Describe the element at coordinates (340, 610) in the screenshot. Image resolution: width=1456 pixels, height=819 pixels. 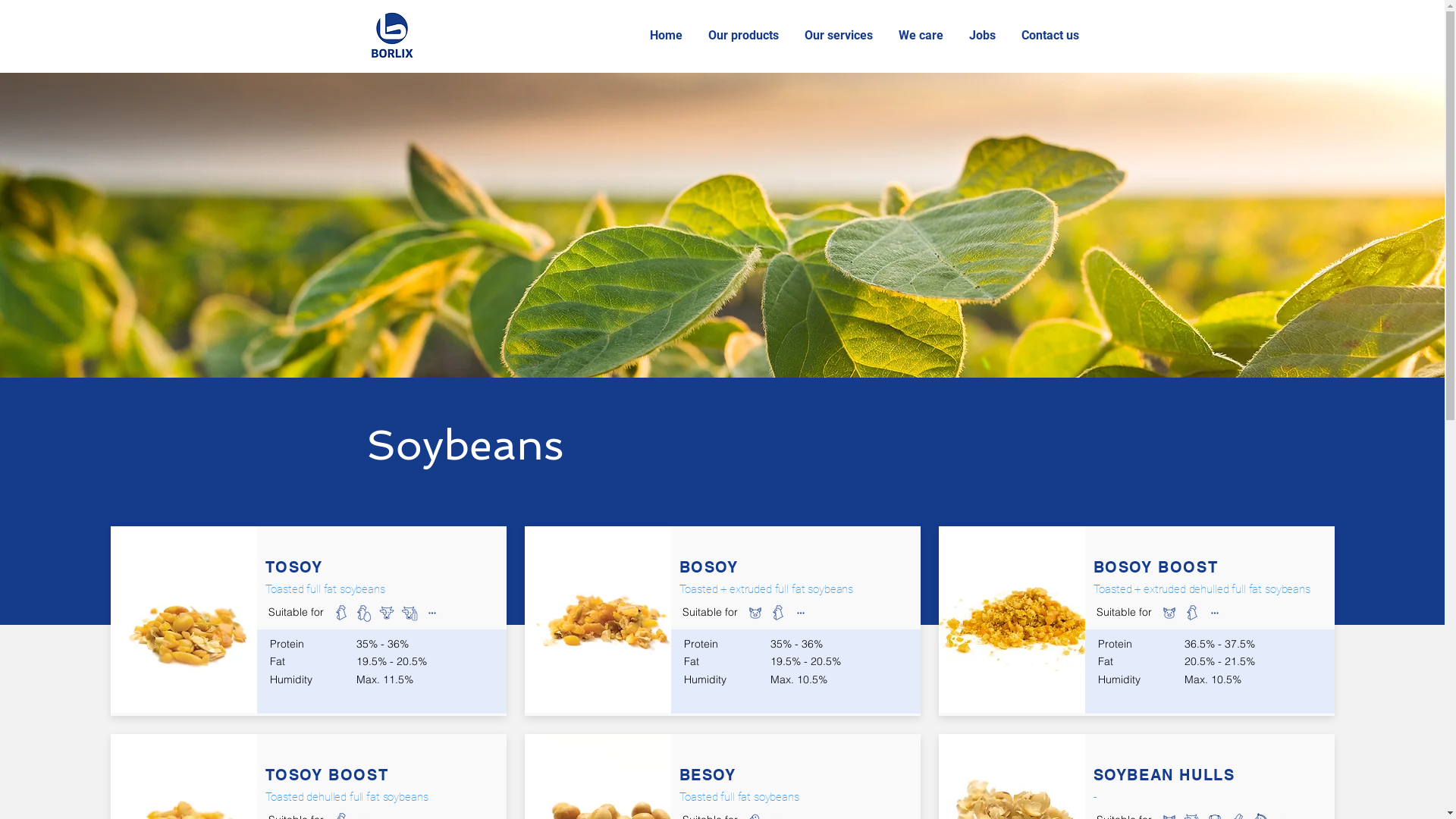
I see `'Broilers'` at that location.